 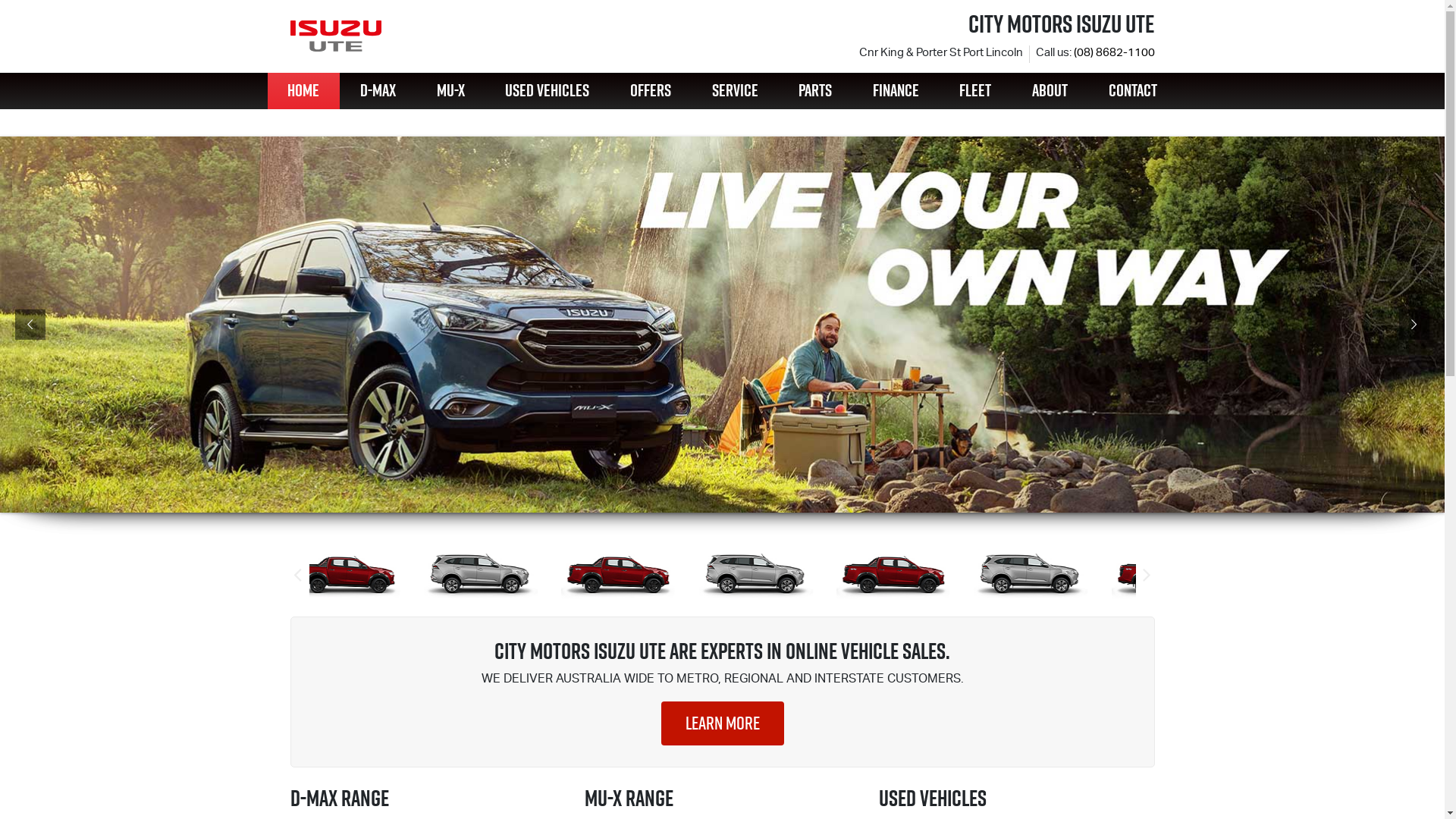 What do you see at coordinates (722, 722) in the screenshot?
I see `'LEARN MORE'` at bounding box center [722, 722].